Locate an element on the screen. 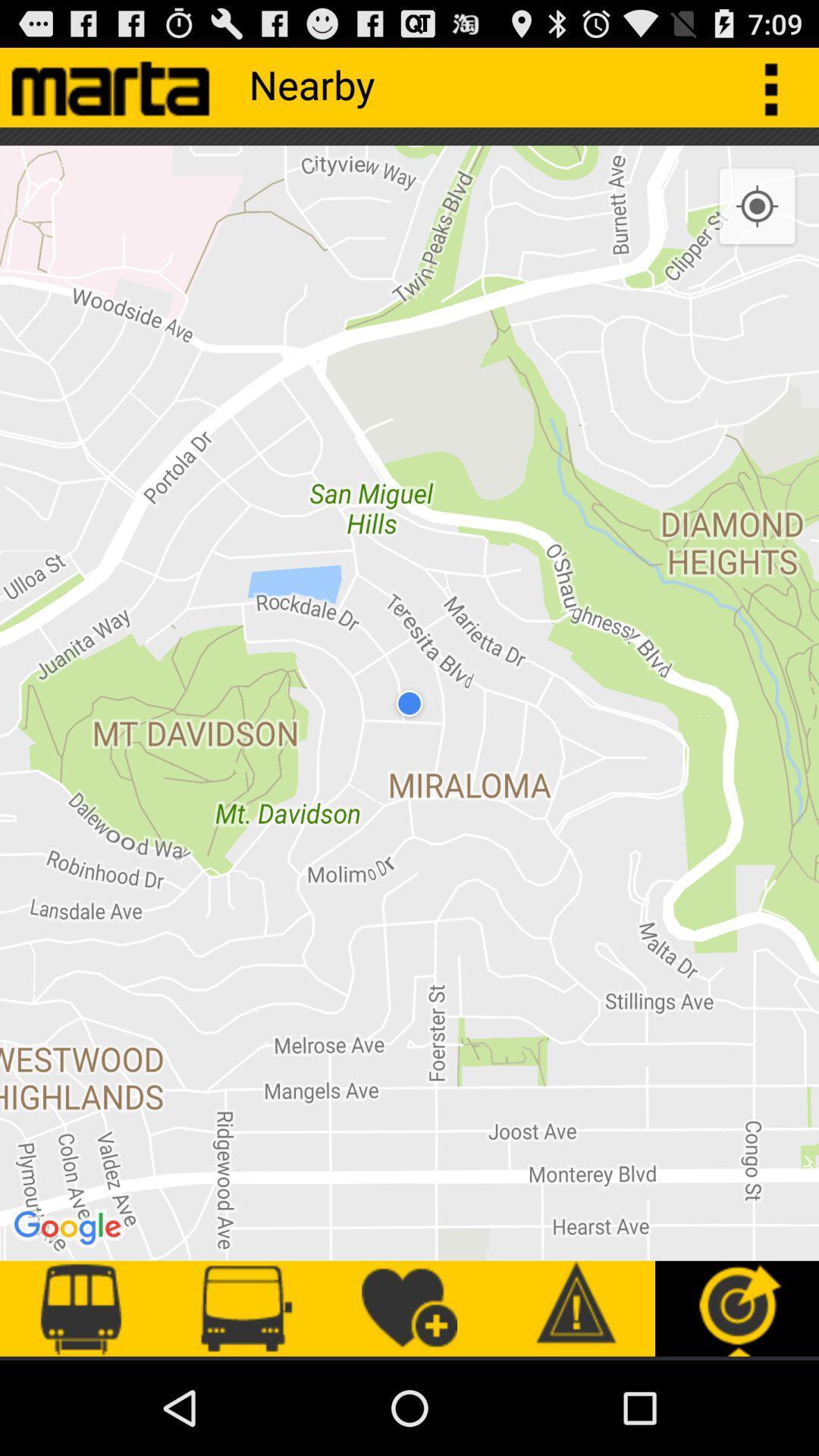 The height and width of the screenshot is (1456, 819). the more icon is located at coordinates (779, 93).